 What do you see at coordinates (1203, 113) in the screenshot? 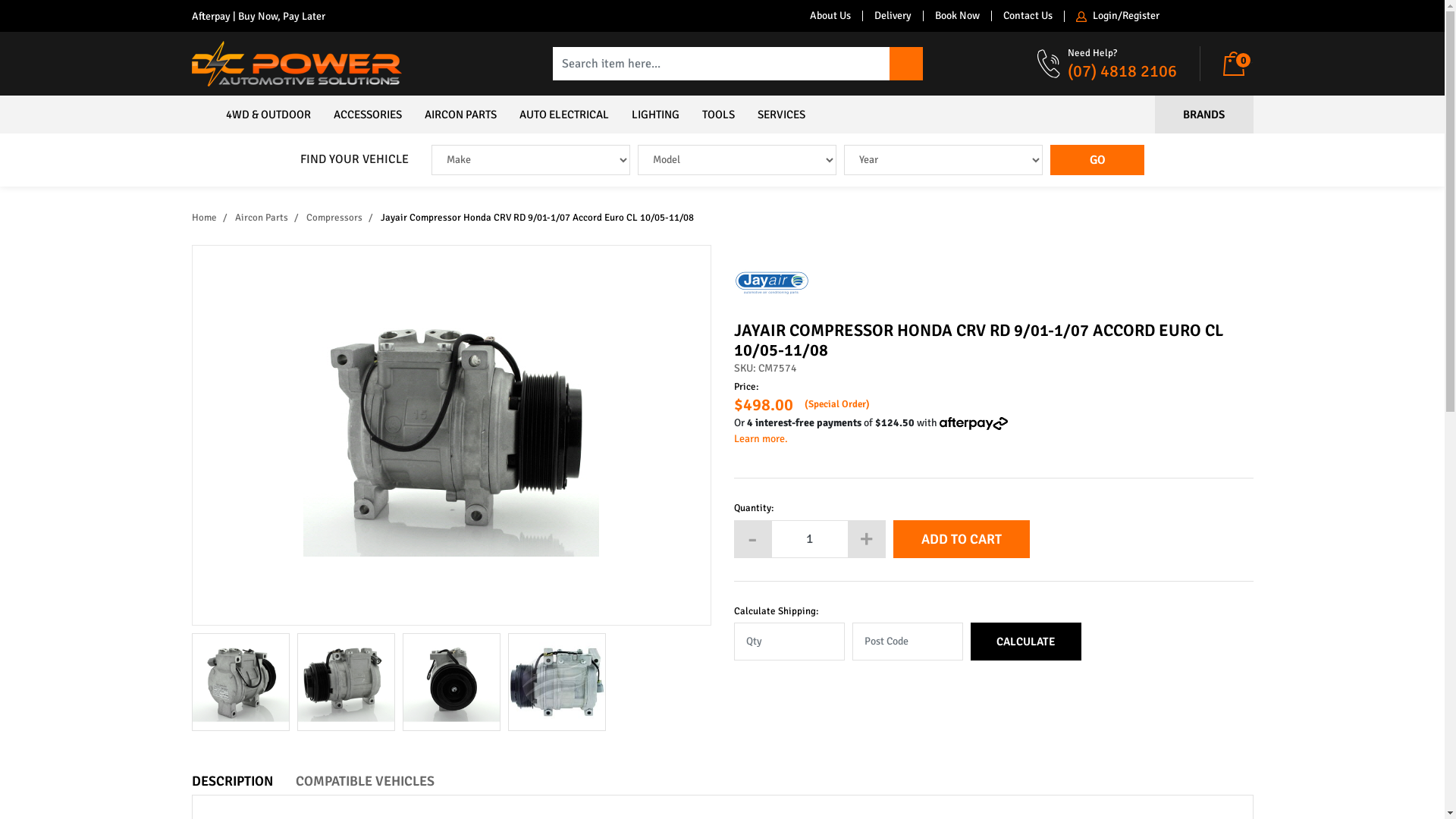
I see `'BRANDS'` at bounding box center [1203, 113].